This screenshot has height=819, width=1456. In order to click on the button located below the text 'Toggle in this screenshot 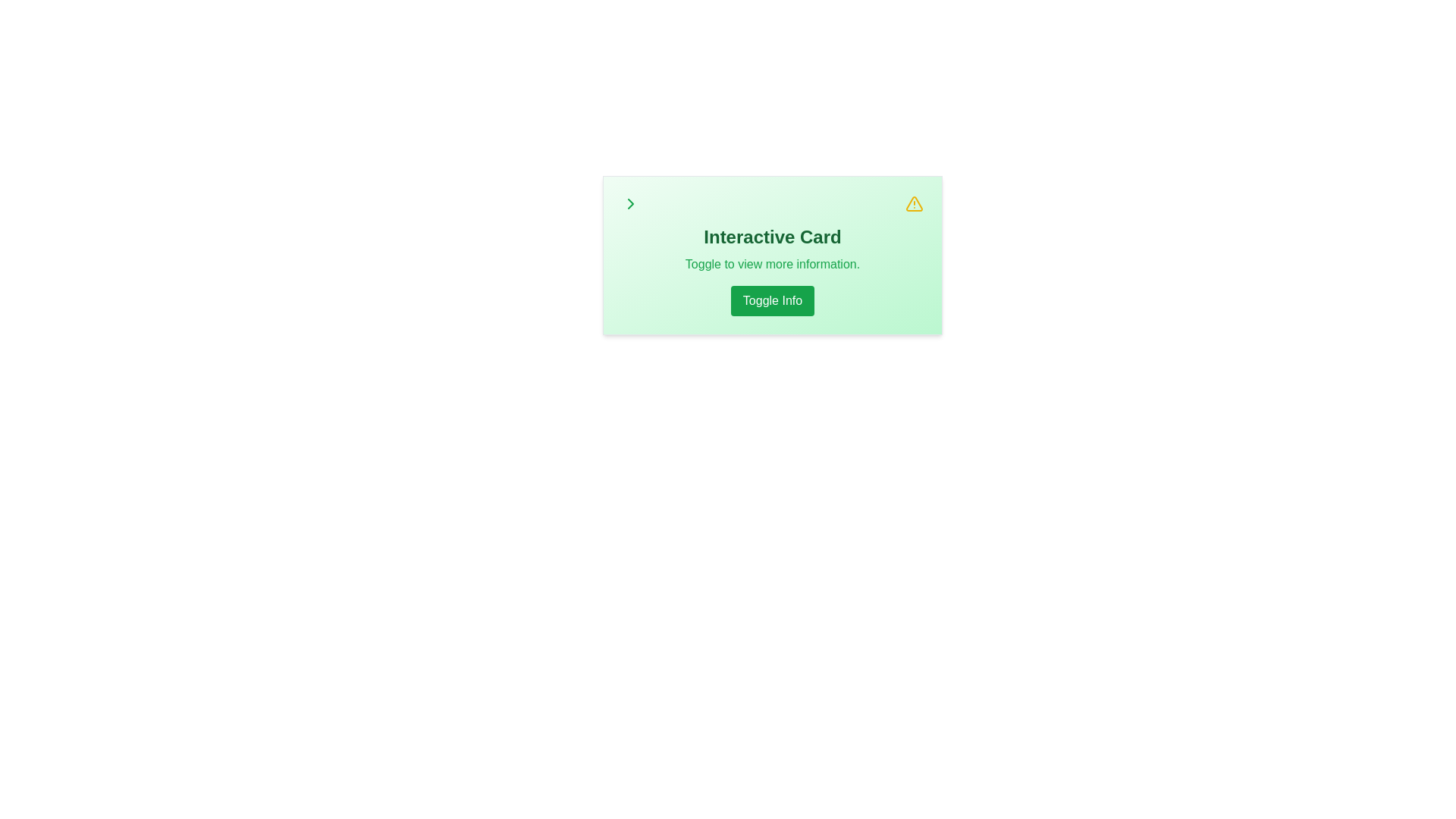, I will do `click(772, 301)`.